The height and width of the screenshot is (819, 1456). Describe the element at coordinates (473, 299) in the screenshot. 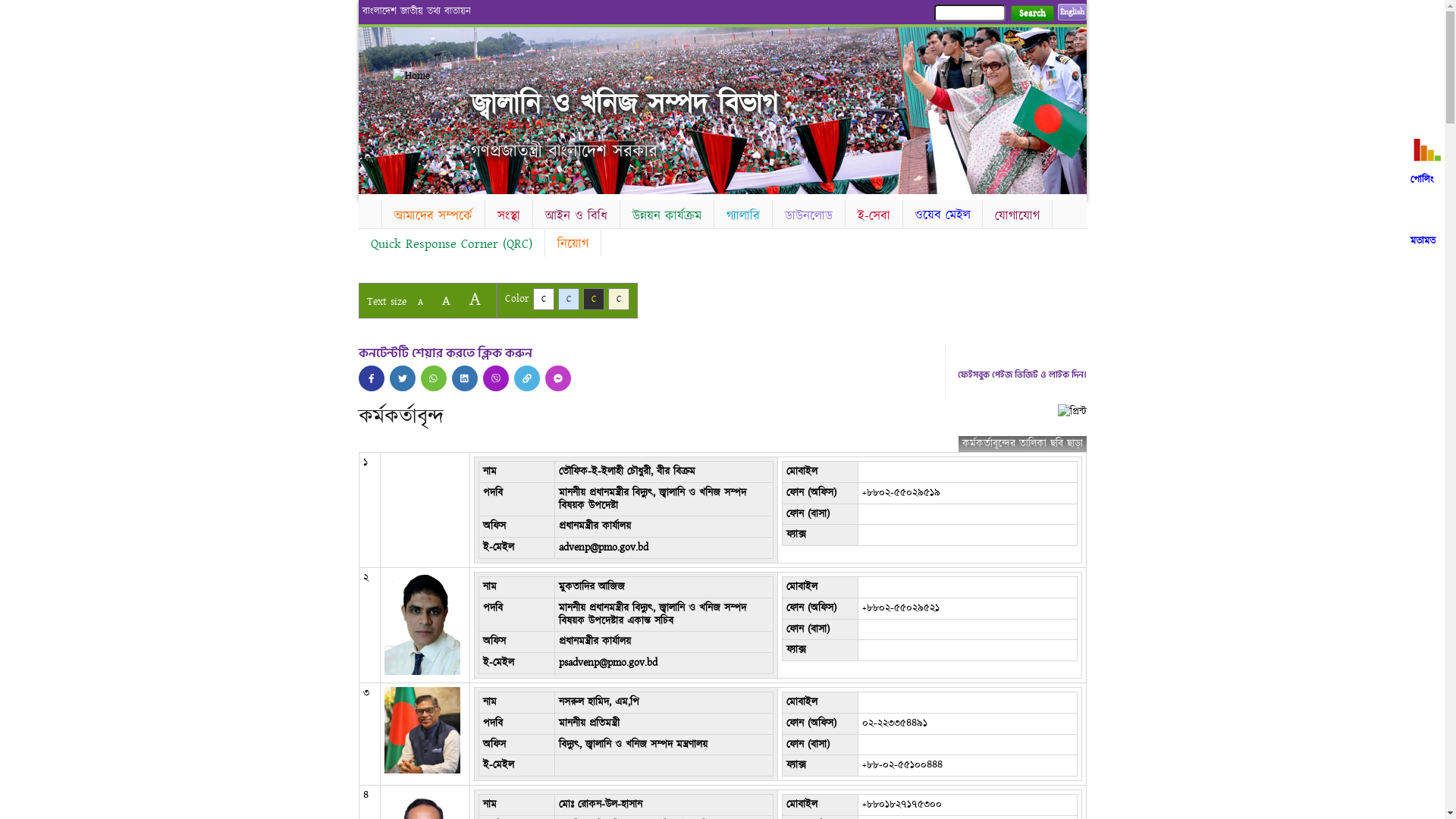

I see `'A'` at that location.